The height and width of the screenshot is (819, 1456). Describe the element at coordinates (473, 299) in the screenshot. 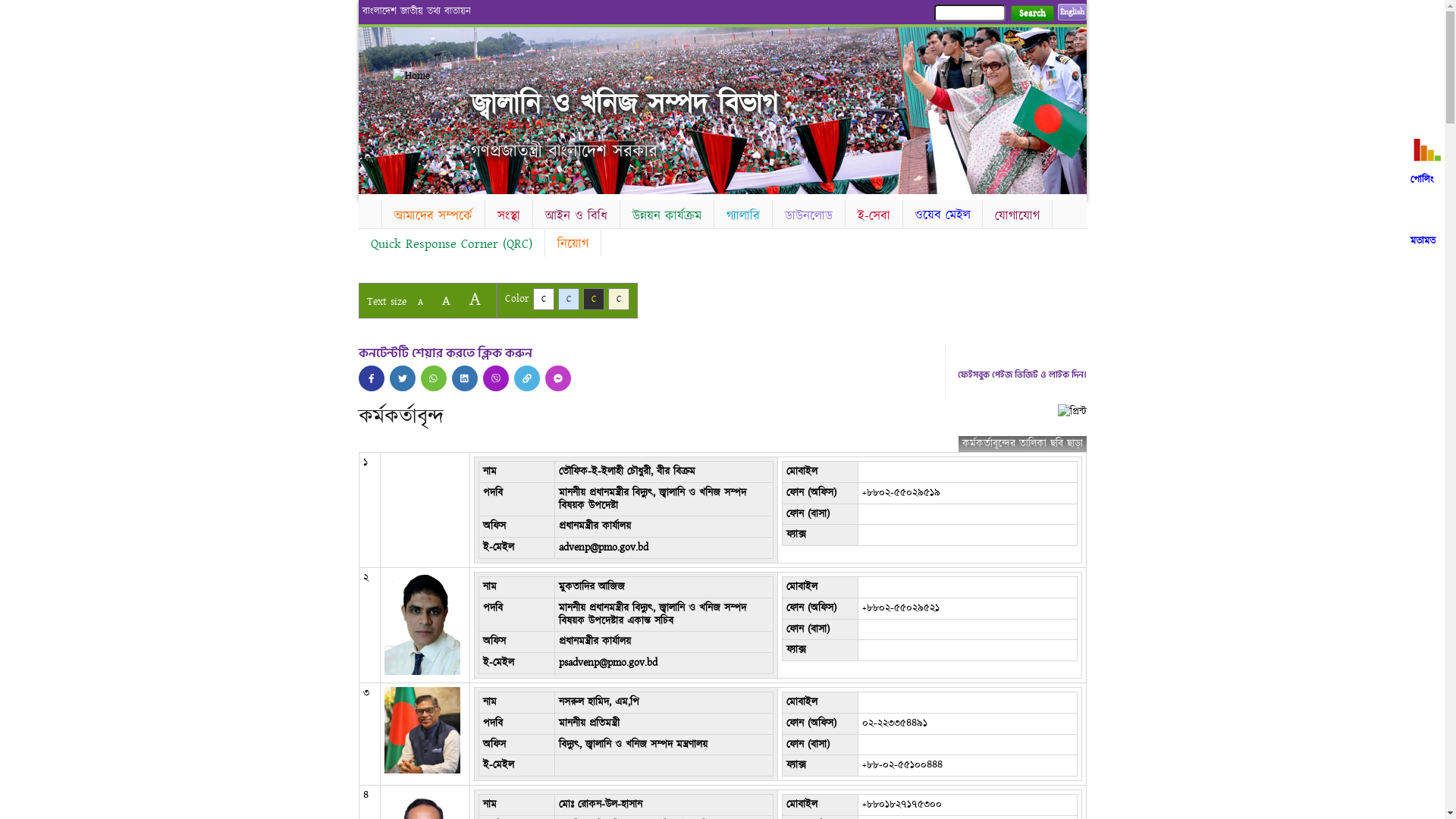

I see `'A'` at that location.